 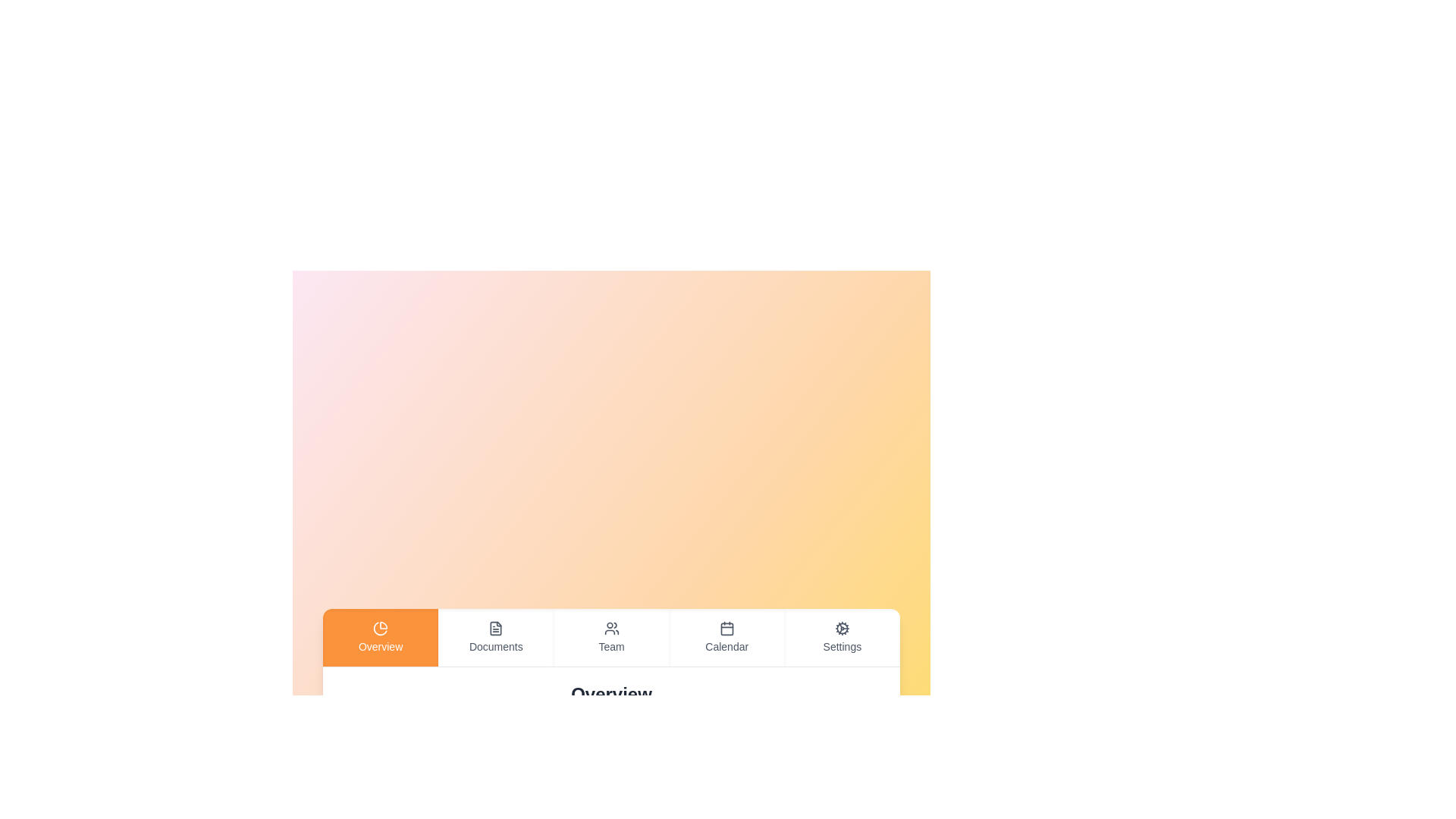 I want to click on the Navigation Tab, which is the far right tab in the navigation bar, so click(x=841, y=637).